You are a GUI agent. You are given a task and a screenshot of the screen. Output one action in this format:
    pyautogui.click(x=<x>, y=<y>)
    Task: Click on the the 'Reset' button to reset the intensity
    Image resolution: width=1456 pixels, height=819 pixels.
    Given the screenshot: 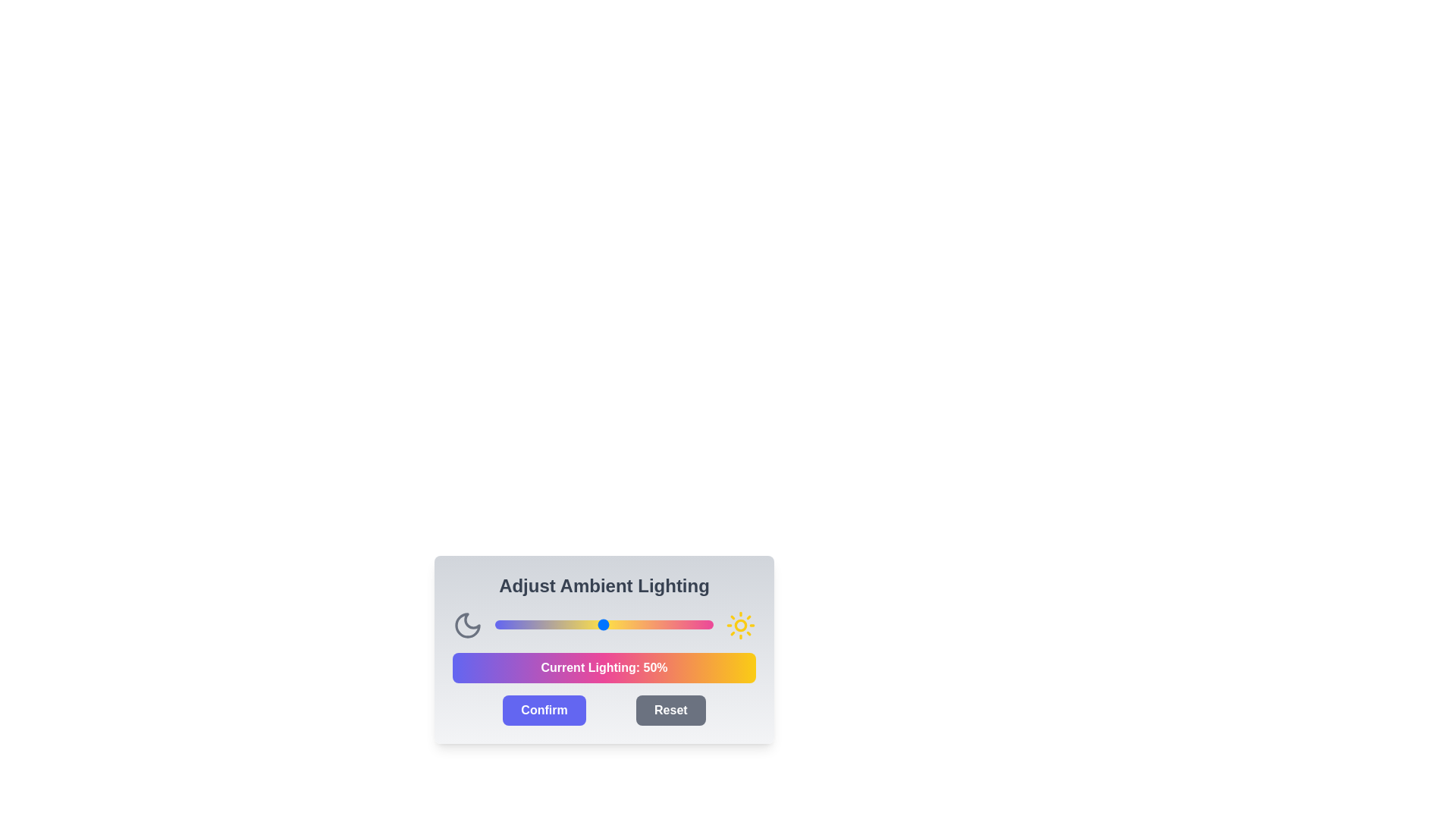 What is the action you would take?
    pyautogui.click(x=669, y=711)
    